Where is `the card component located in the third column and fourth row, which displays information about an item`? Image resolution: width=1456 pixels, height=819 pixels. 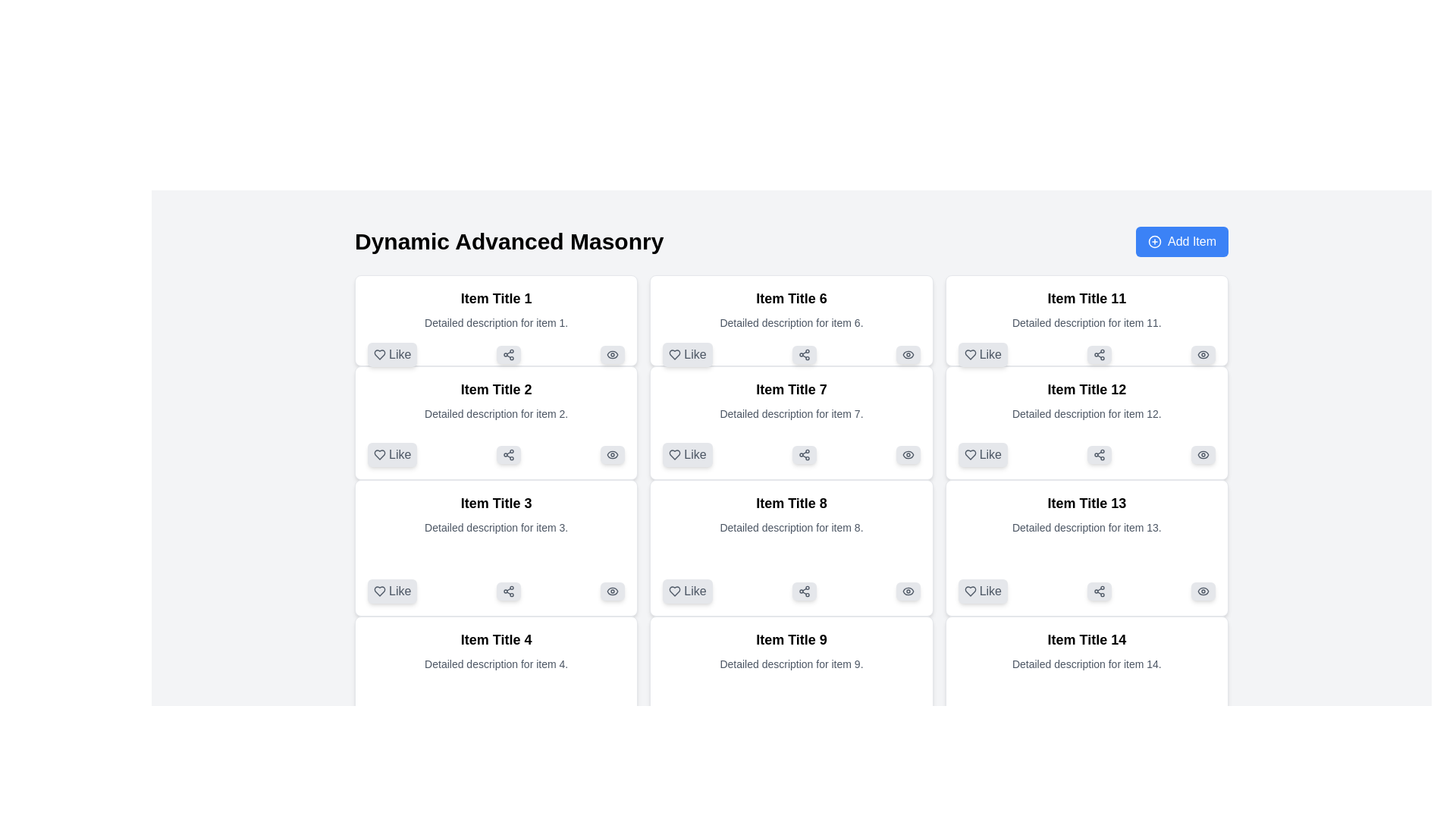
the card component located in the third column and fourth row, which displays information about an item is located at coordinates (790, 696).